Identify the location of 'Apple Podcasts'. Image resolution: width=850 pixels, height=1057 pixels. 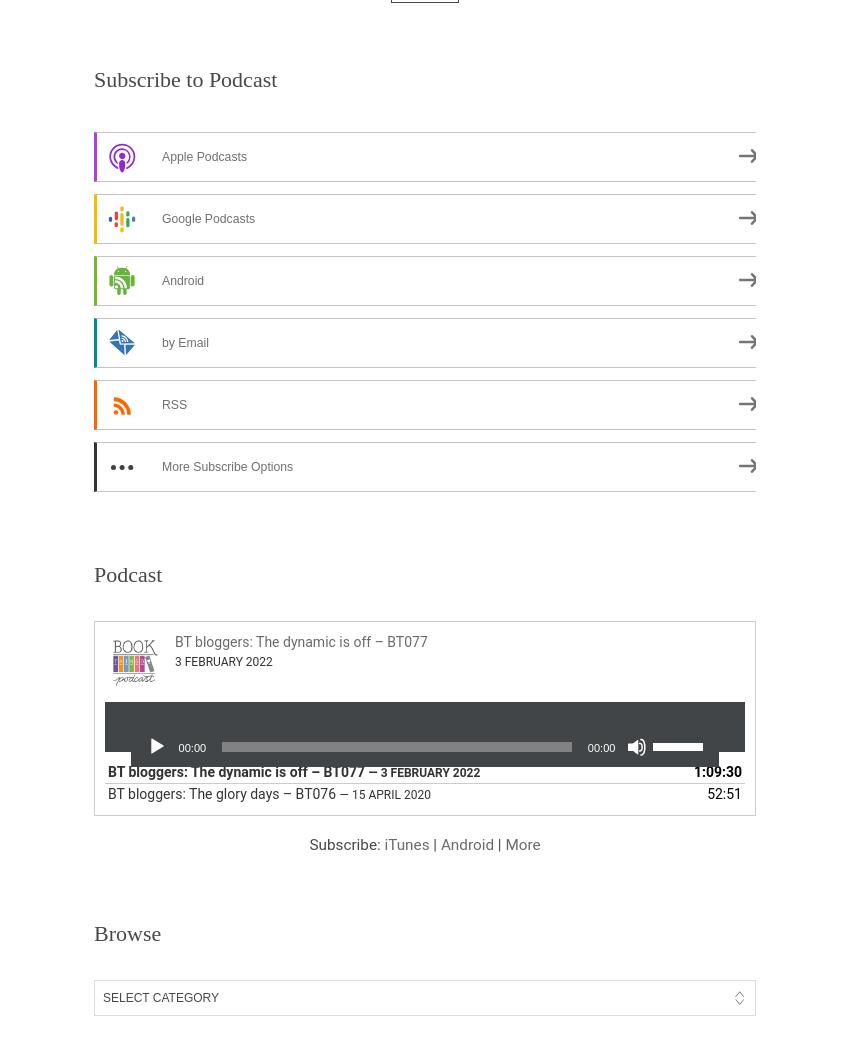
(203, 156).